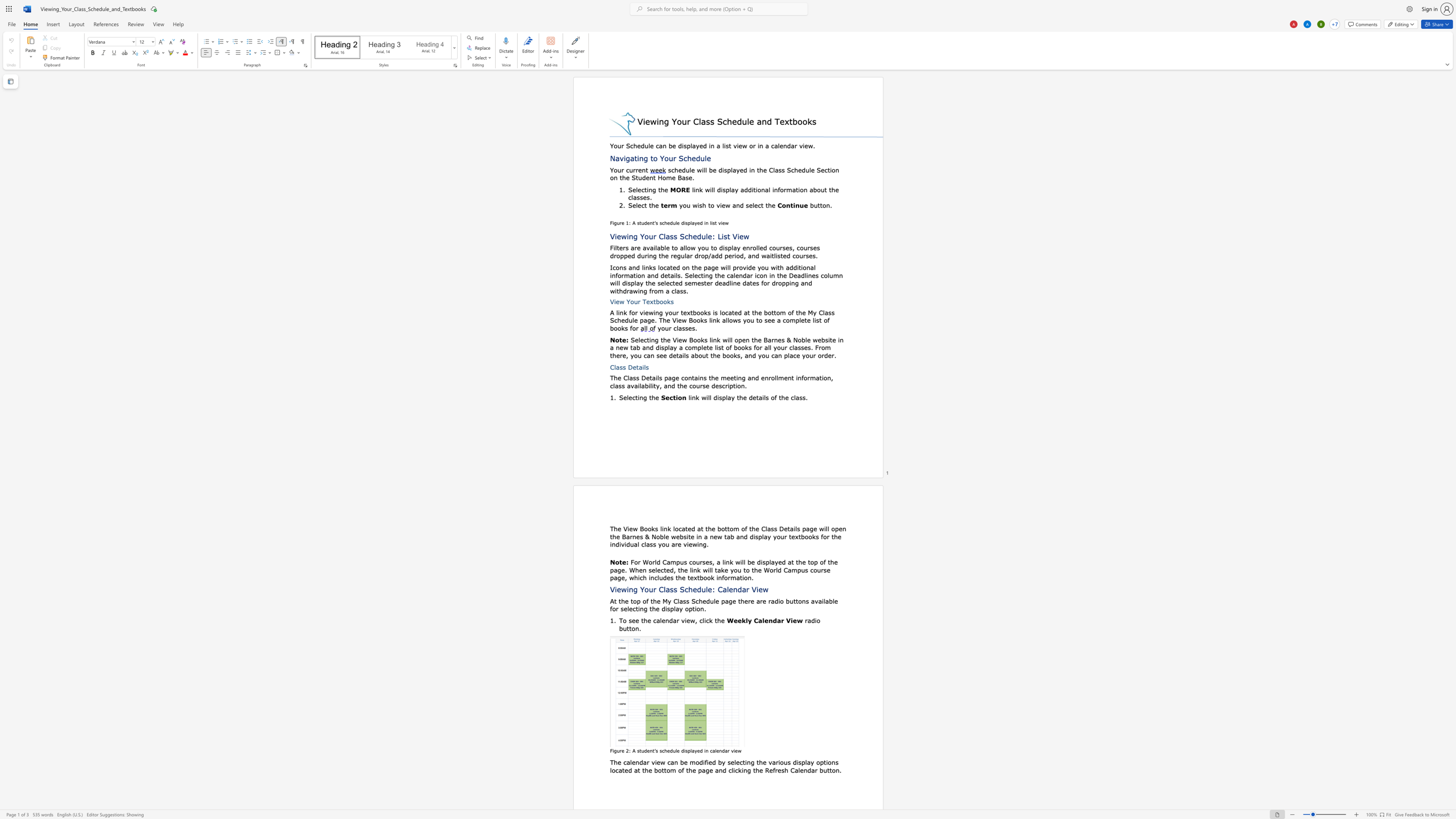 Image resolution: width=1456 pixels, height=819 pixels. What do you see at coordinates (712, 751) in the screenshot?
I see `the space between the continuous character "c" and "a" in the text` at bounding box center [712, 751].